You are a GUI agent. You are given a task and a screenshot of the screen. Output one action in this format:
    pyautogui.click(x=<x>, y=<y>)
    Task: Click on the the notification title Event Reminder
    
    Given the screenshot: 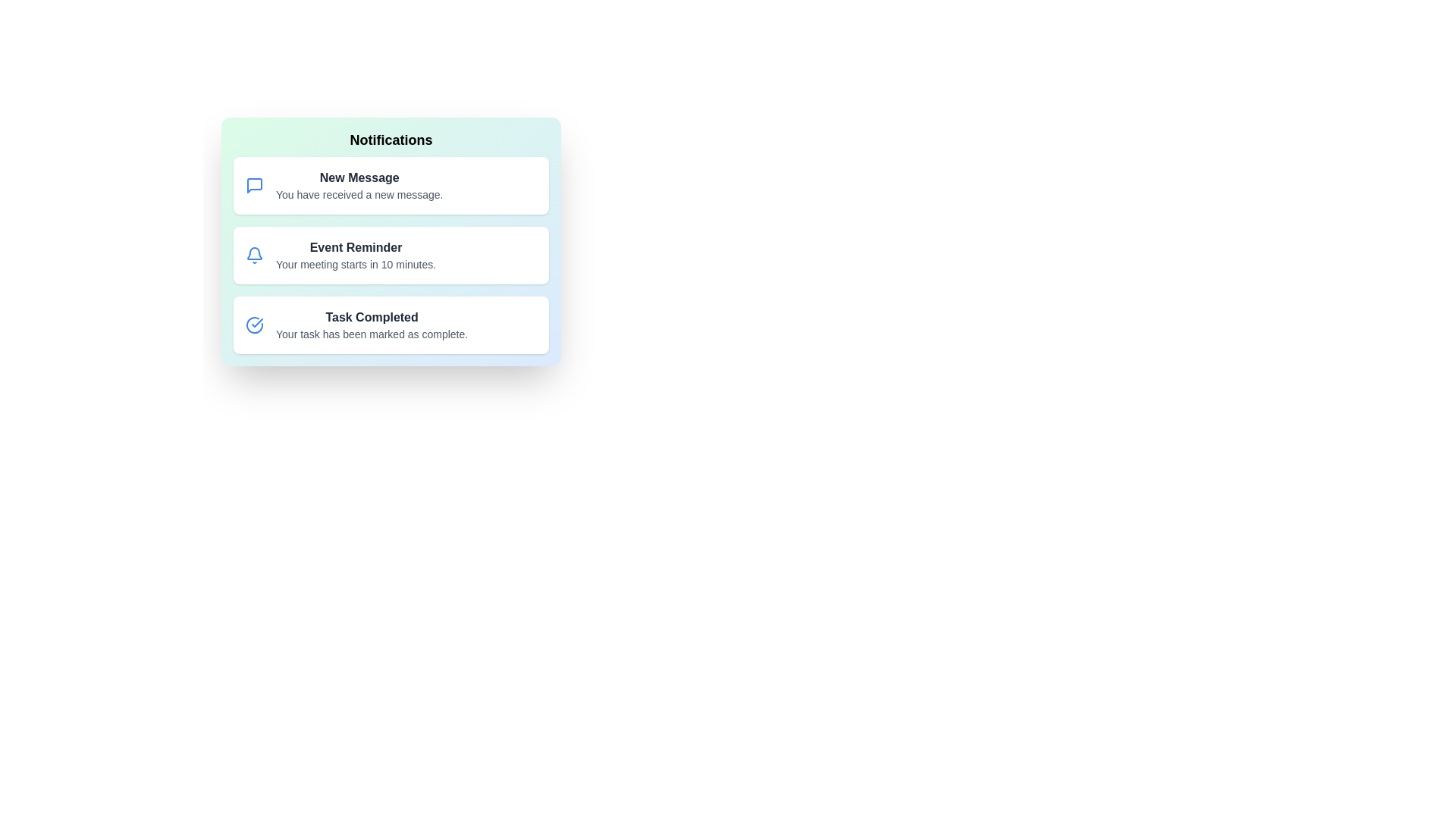 What is the action you would take?
    pyautogui.click(x=355, y=247)
    